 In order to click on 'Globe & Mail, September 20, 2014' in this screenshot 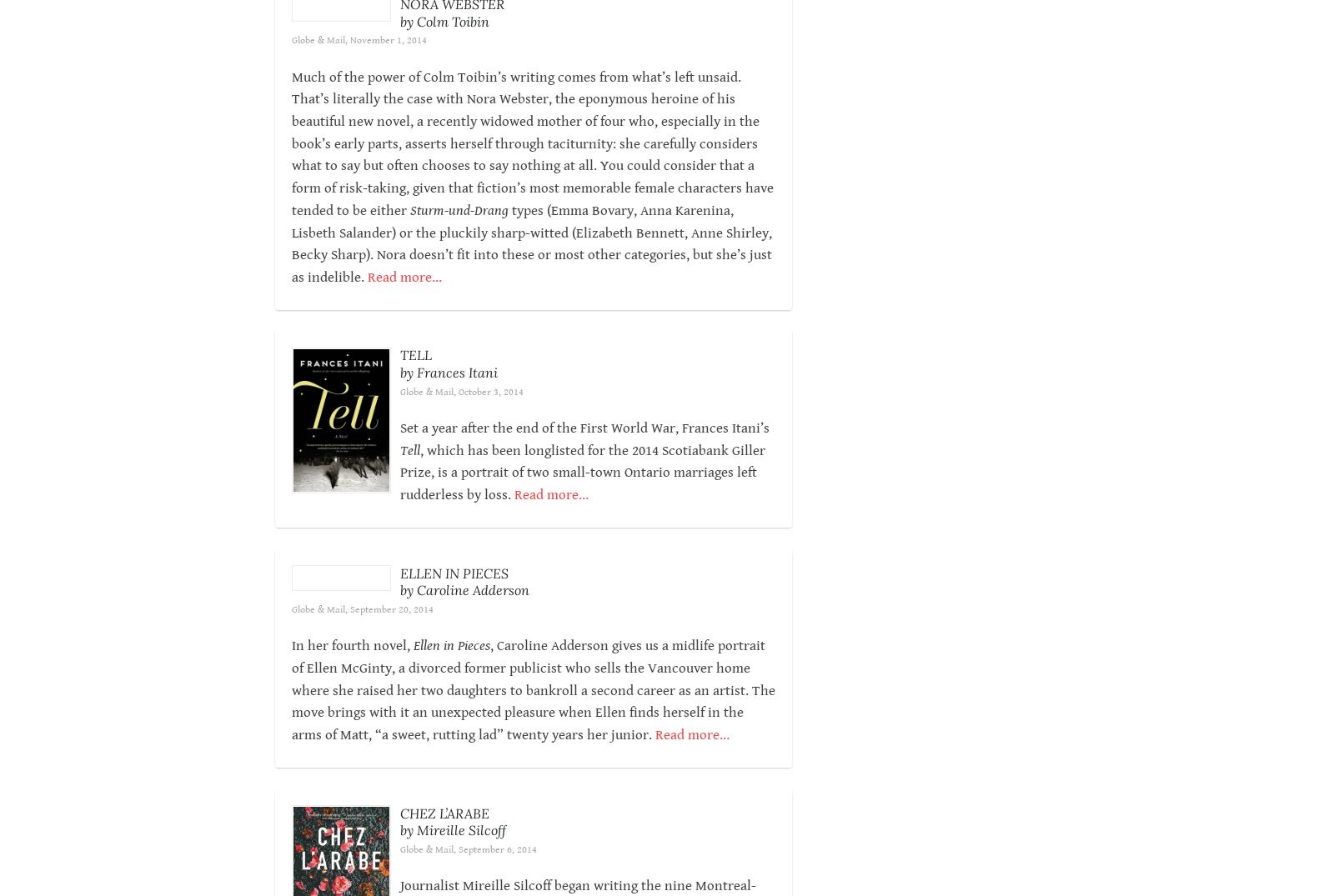, I will do `click(362, 631)`.